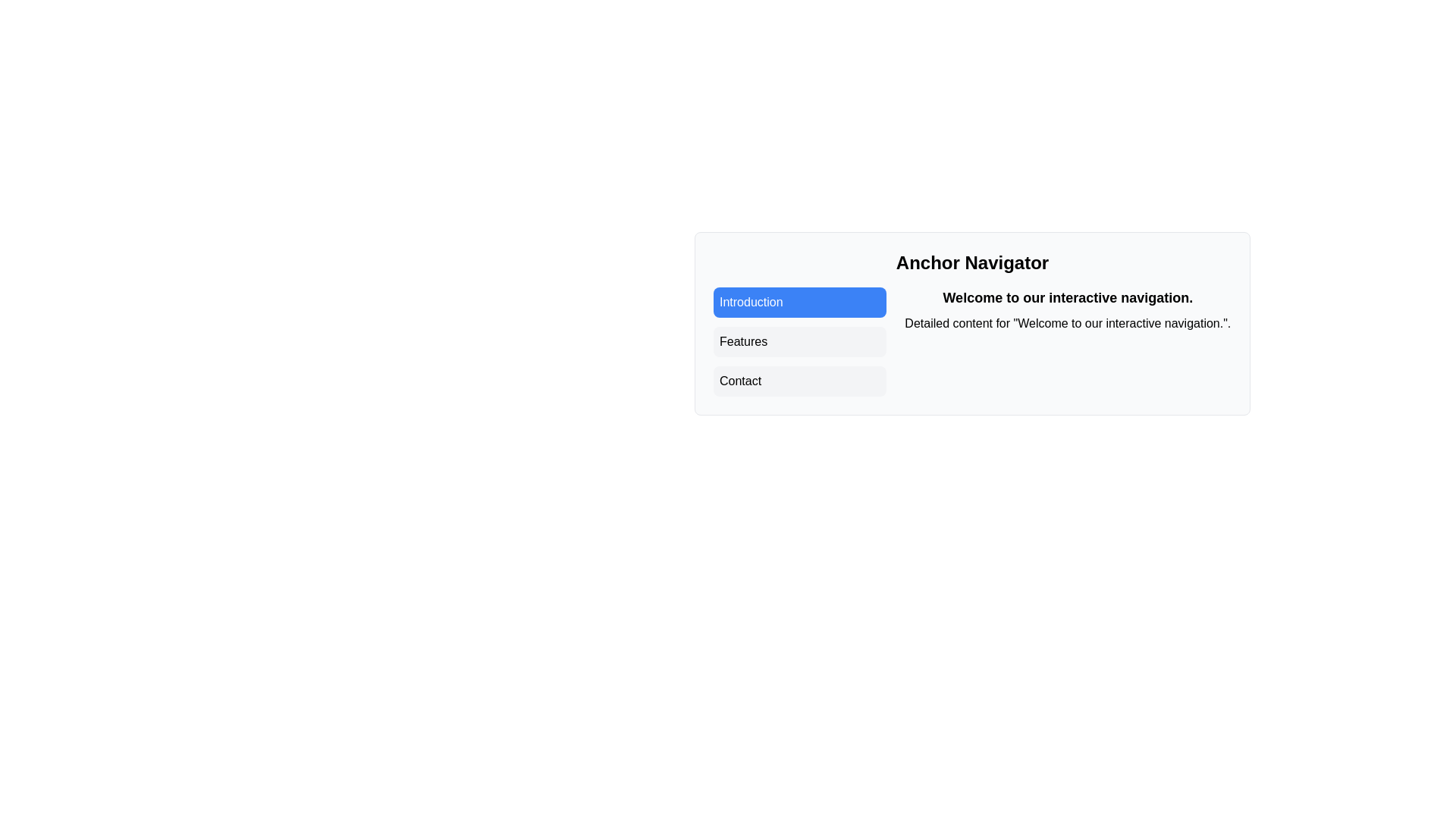 The width and height of the screenshot is (1456, 819). What do you see at coordinates (1067, 342) in the screenshot?
I see `the Content Block located in the middle right area of the interface, adjacent to the vertical list of navigation items` at bounding box center [1067, 342].